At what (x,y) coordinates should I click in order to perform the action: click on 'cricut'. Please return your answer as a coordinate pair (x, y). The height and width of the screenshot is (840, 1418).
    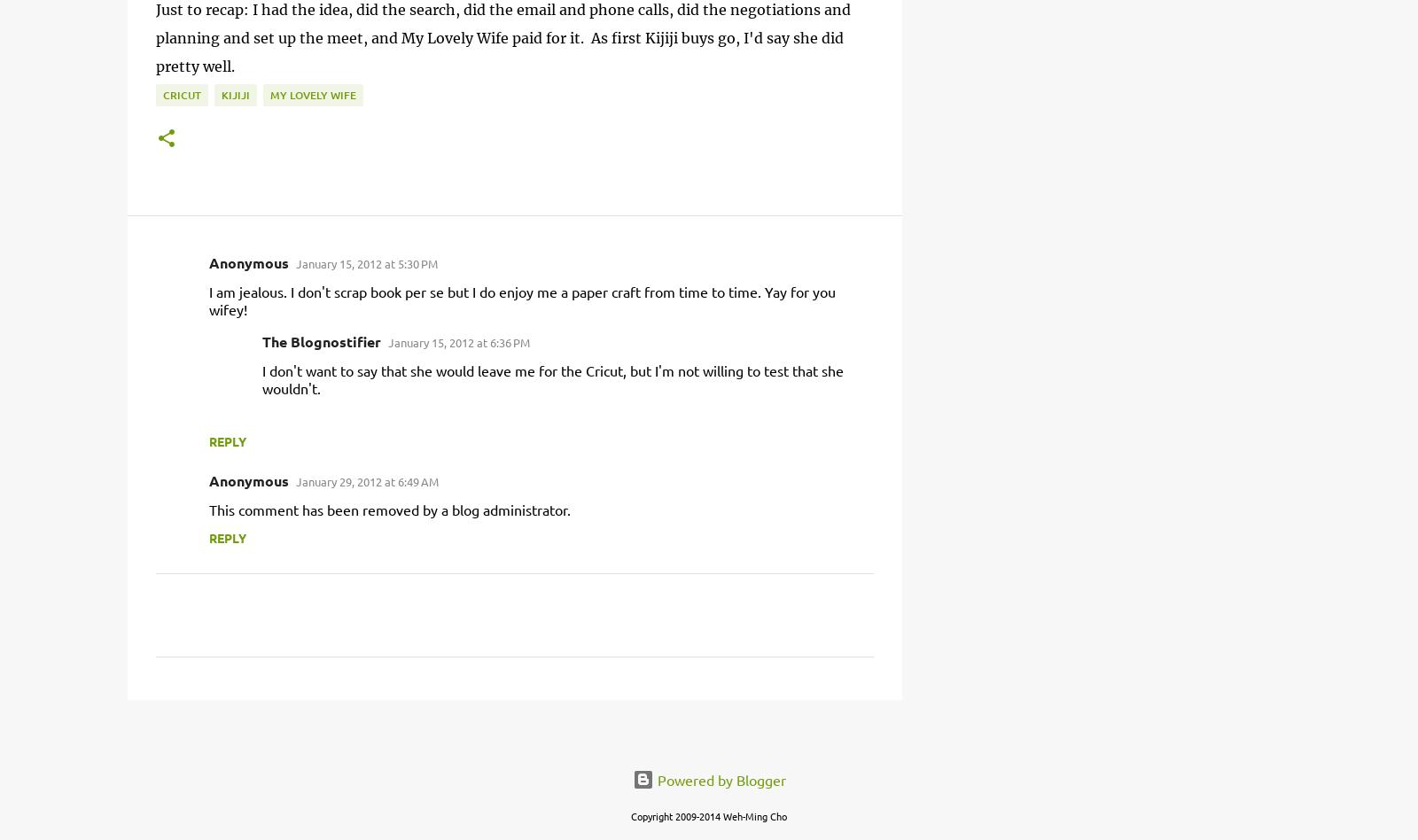
    Looking at the image, I should click on (182, 95).